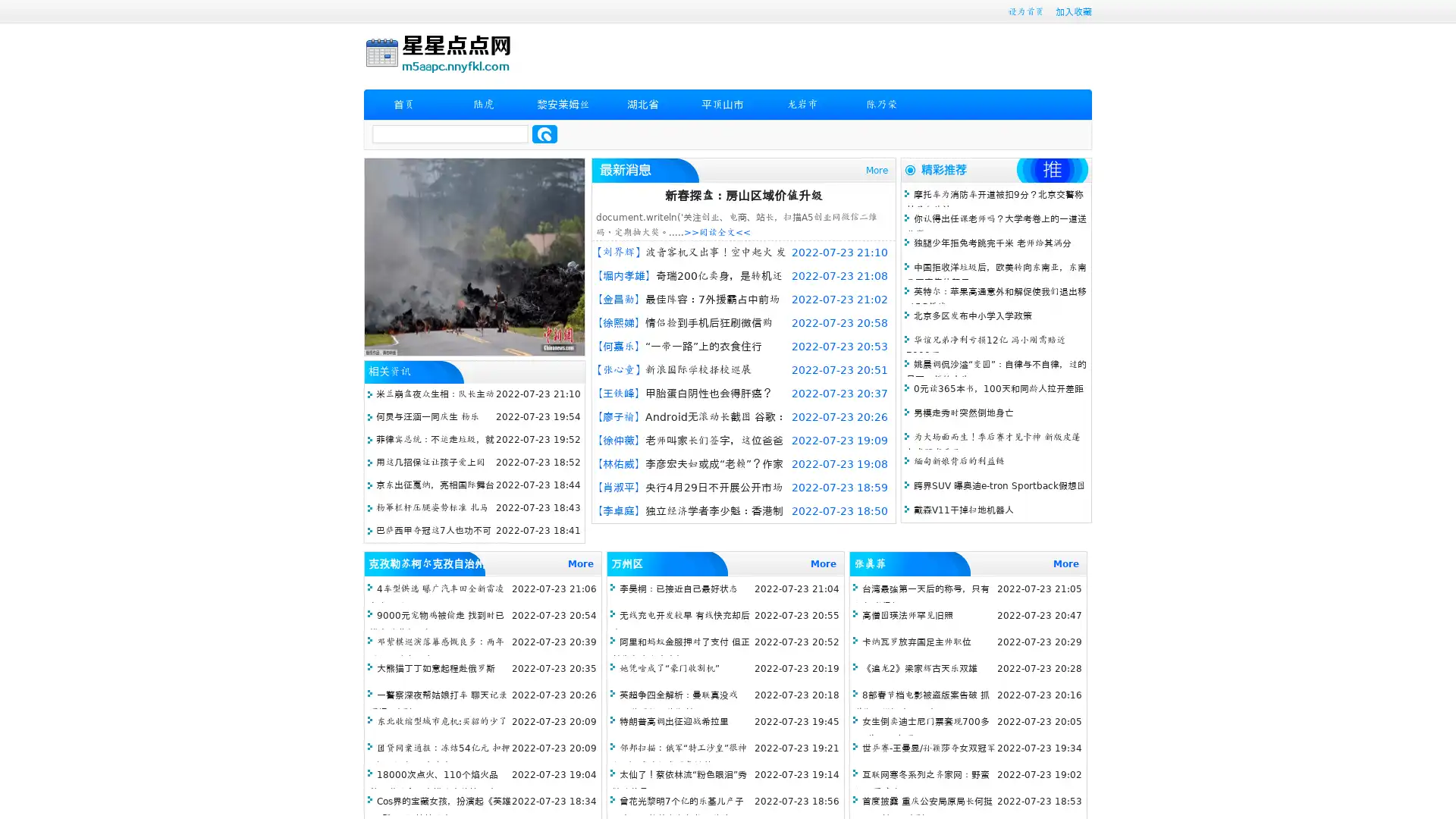 Image resolution: width=1456 pixels, height=819 pixels. What do you see at coordinates (544, 133) in the screenshot?
I see `Search` at bounding box center [544, 133].